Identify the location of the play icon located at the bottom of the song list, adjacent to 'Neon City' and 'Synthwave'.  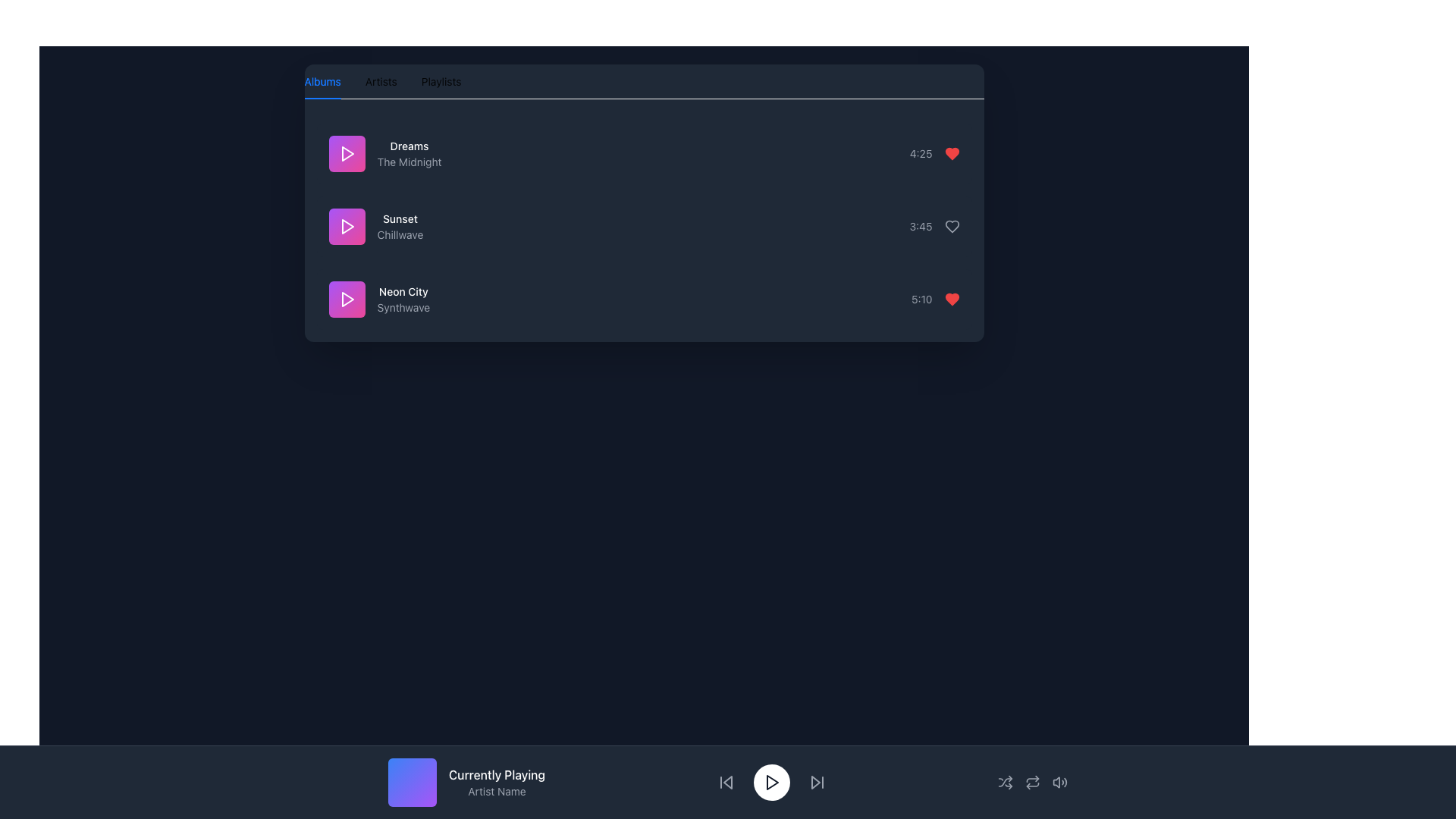
(347, 299).